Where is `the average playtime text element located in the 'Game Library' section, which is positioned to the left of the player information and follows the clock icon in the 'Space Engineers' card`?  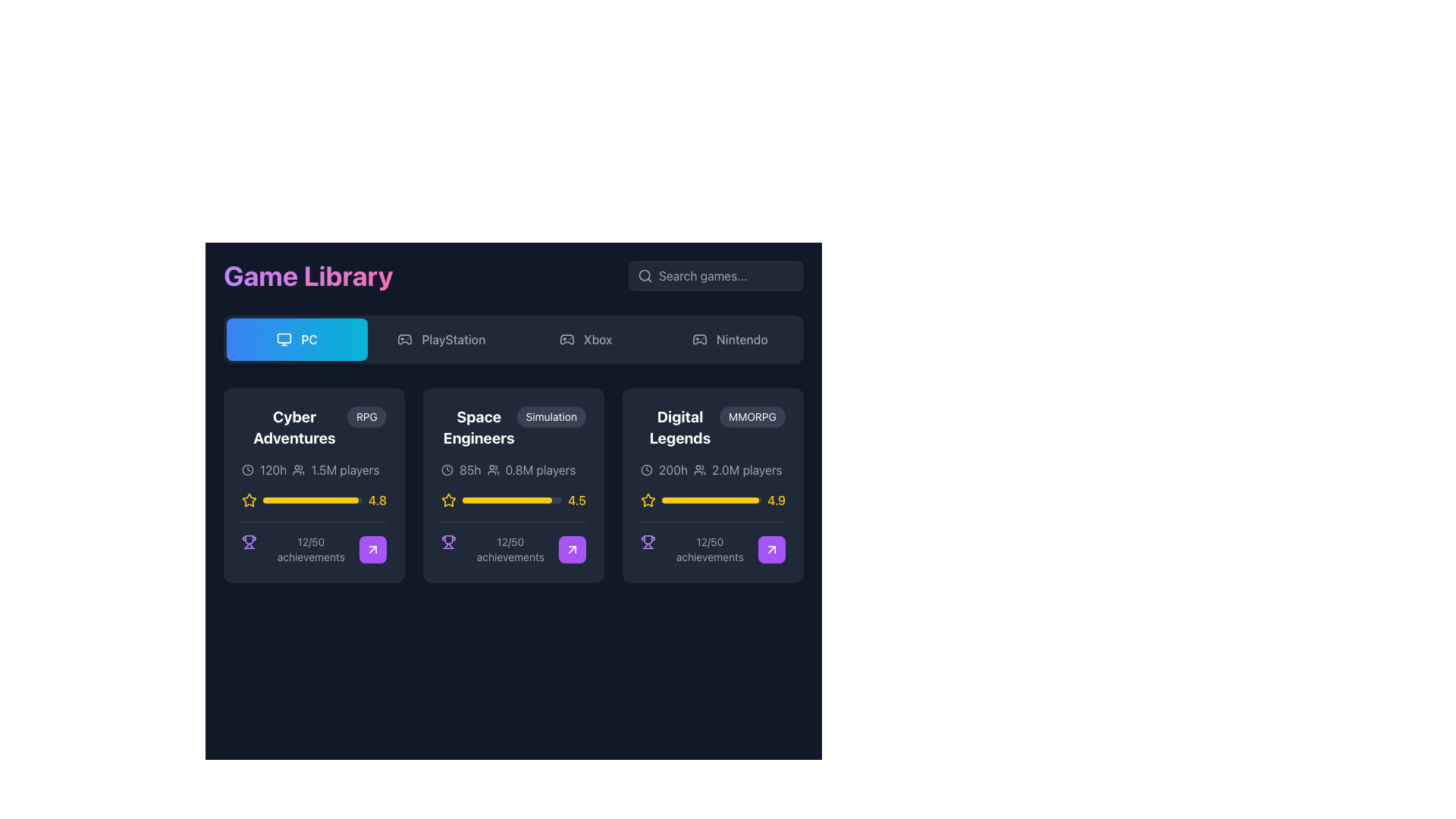
the average playtime text element located in the 'Game Library' section, which is positioned to the left of the player information and follows the clock icon in the 'Space Engineers' card is located at coordinates (469, 469).